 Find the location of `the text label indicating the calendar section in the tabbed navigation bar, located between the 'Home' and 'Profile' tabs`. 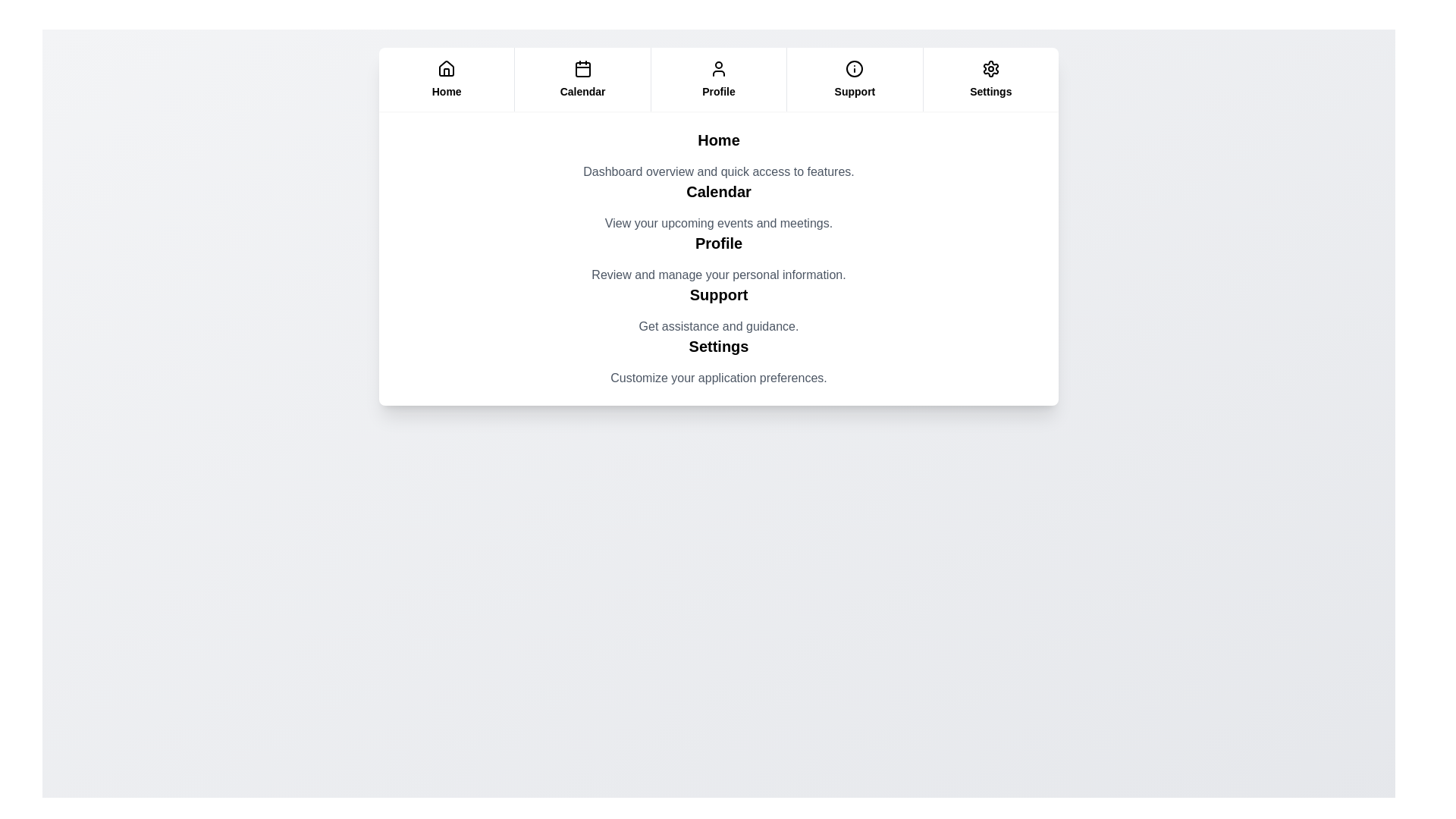

the text label indicating the calendar section in the tabbed navigation bar, located between the 'Home' and 'Profile' tabs is located at coordinates (582, 91).